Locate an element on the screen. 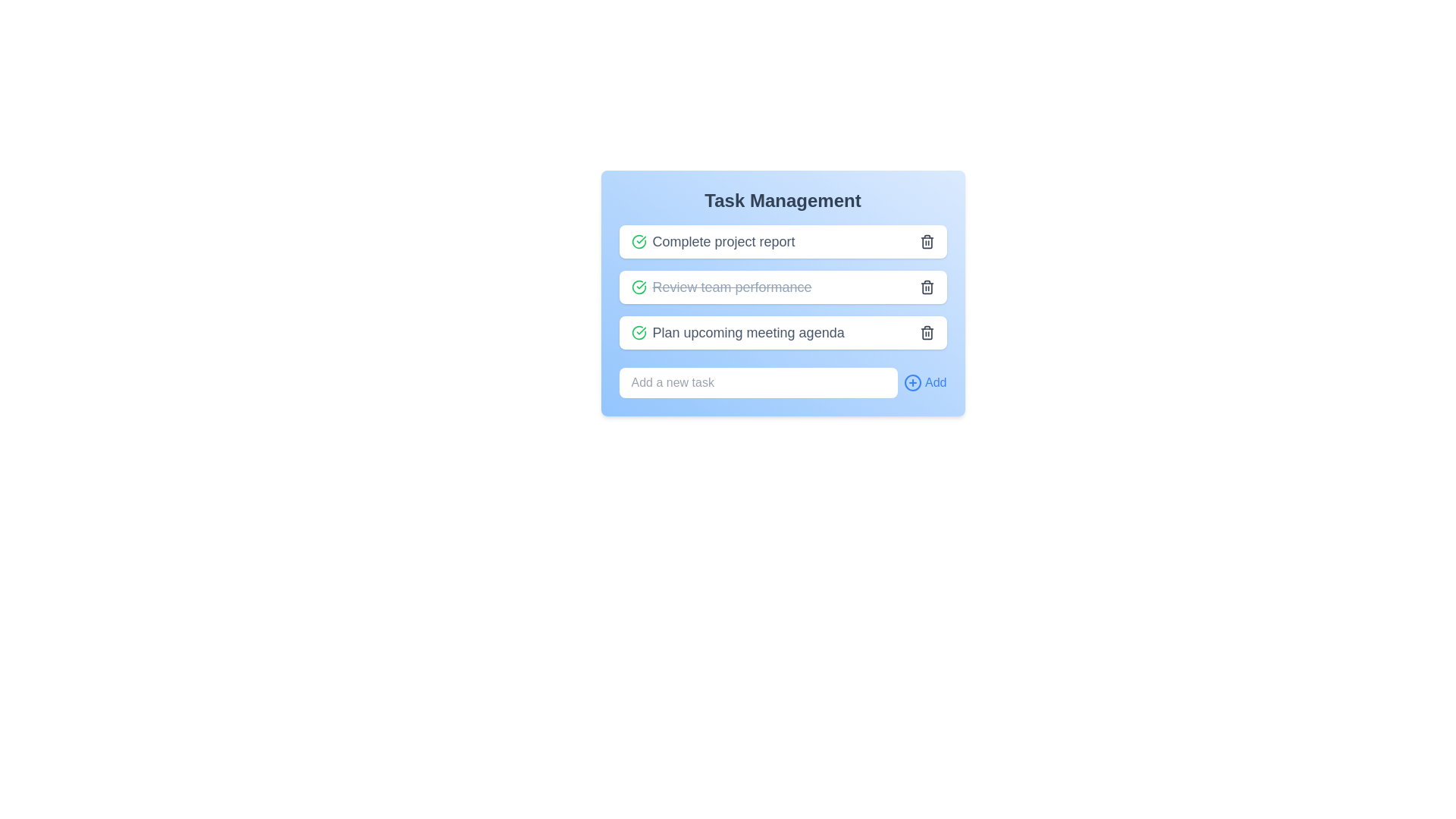 The width and height of the screenshot is (1456, 819). the circular green checkmark icon located to the immediate left of the text 'Review team performance' in the task management panel is located at coordinates (639, 287).